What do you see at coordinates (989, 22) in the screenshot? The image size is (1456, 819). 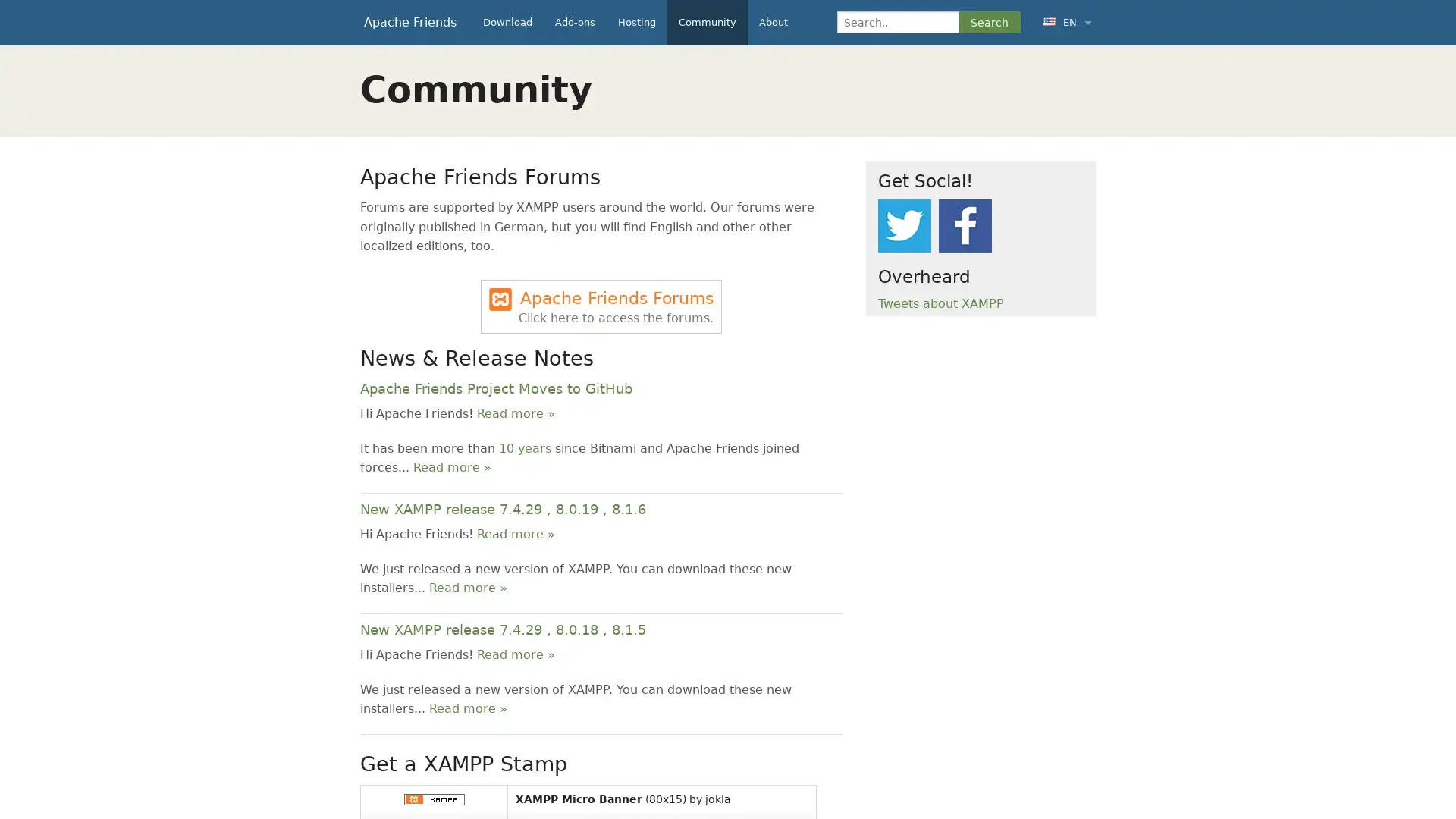 I see `Search` at bounding box center [989, 22].